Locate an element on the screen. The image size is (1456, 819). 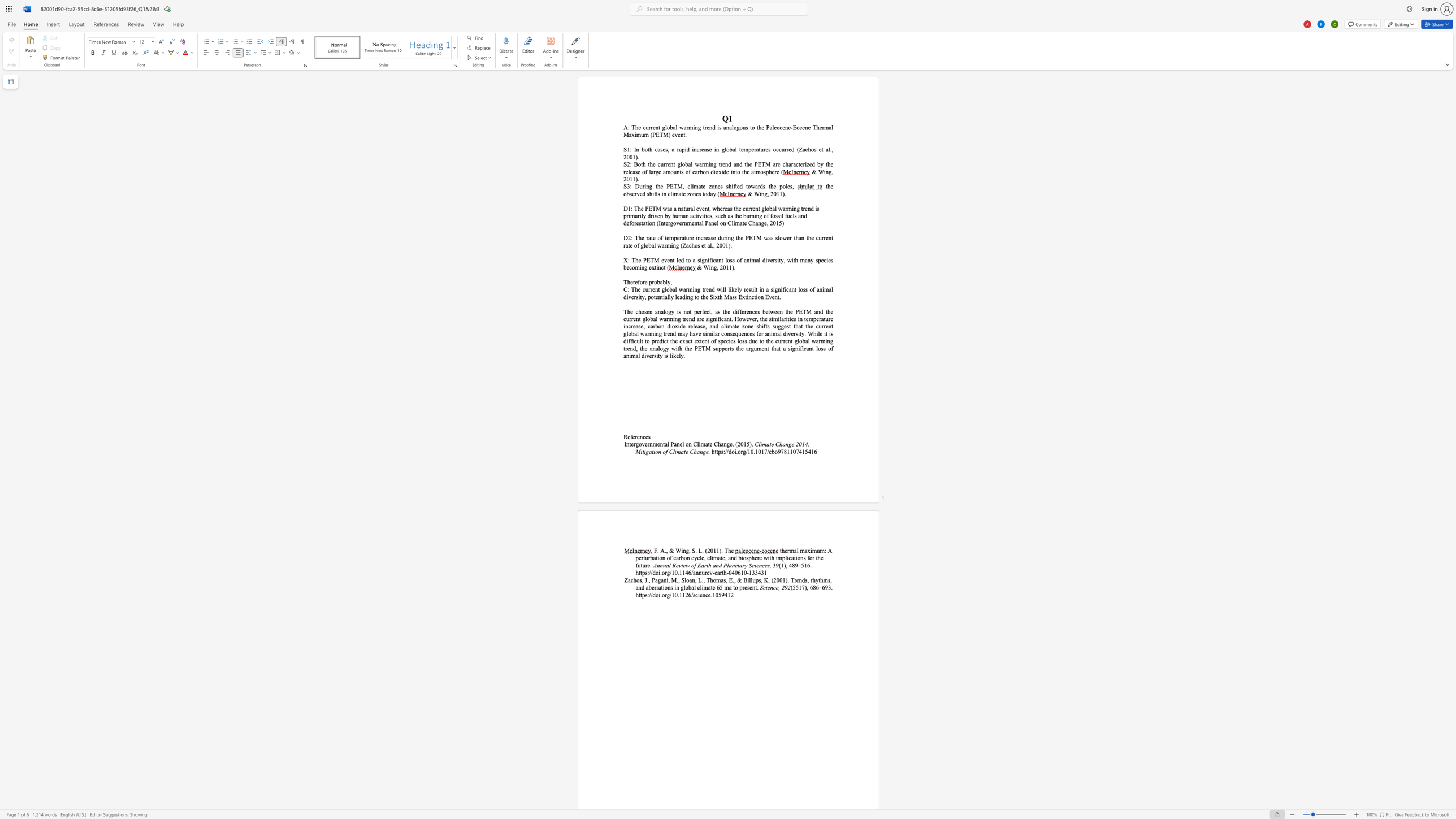
the space between the continuous character "z" and "o" in the text is located at coordinates (710, 185).